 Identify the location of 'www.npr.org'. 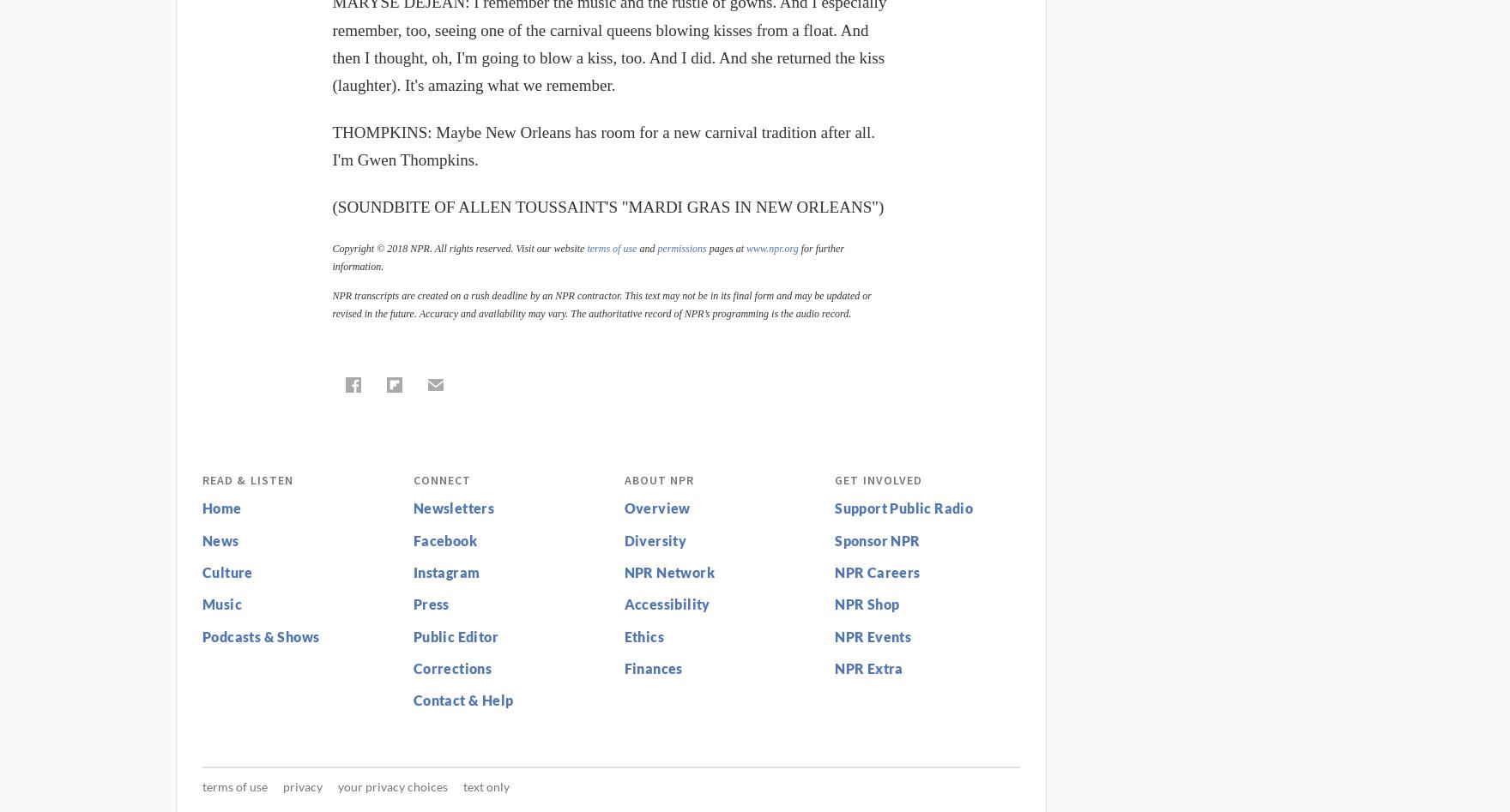
(772, 247).